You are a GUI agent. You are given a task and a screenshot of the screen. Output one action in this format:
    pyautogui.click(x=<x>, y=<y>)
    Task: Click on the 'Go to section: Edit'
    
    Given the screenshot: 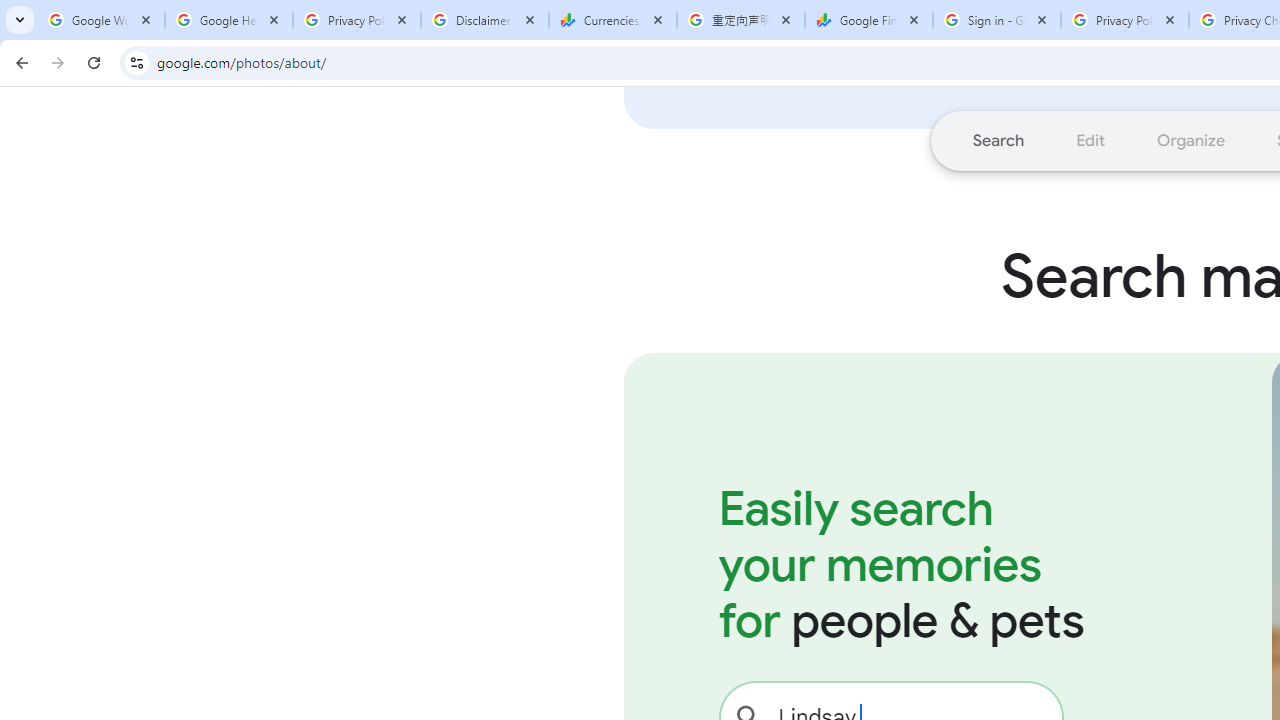 What is the action you would take?
    pyautogui.click(x=1089, y=139)
    